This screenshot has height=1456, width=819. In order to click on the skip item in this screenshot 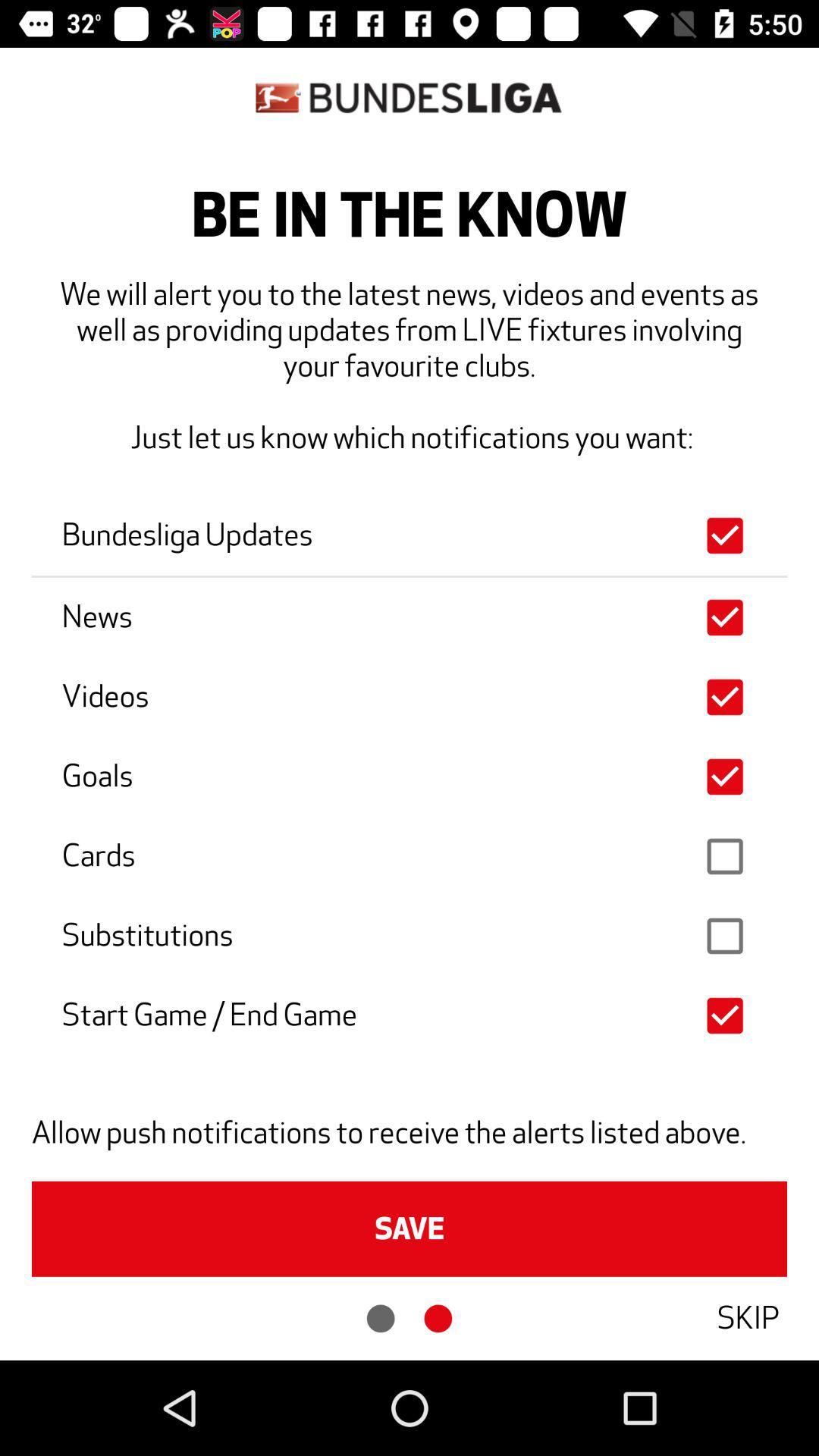, I will do `click(747, 1317)`.